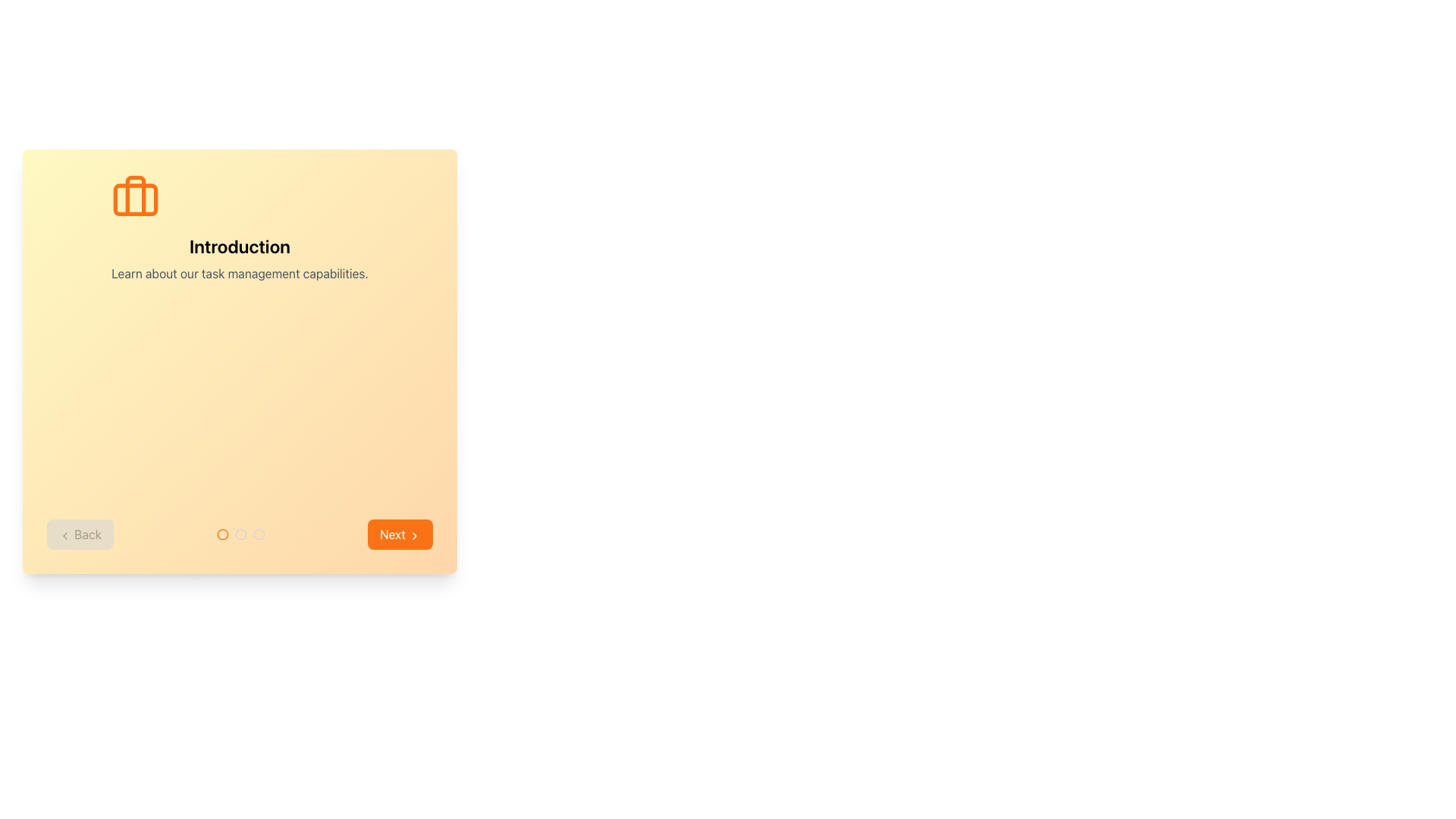  Describe the element at coordinates (259, 534) in the screenshot. I see `the third circular step indicator located in the lower section of the interface, which visually denotes the current step in the process` at that location.